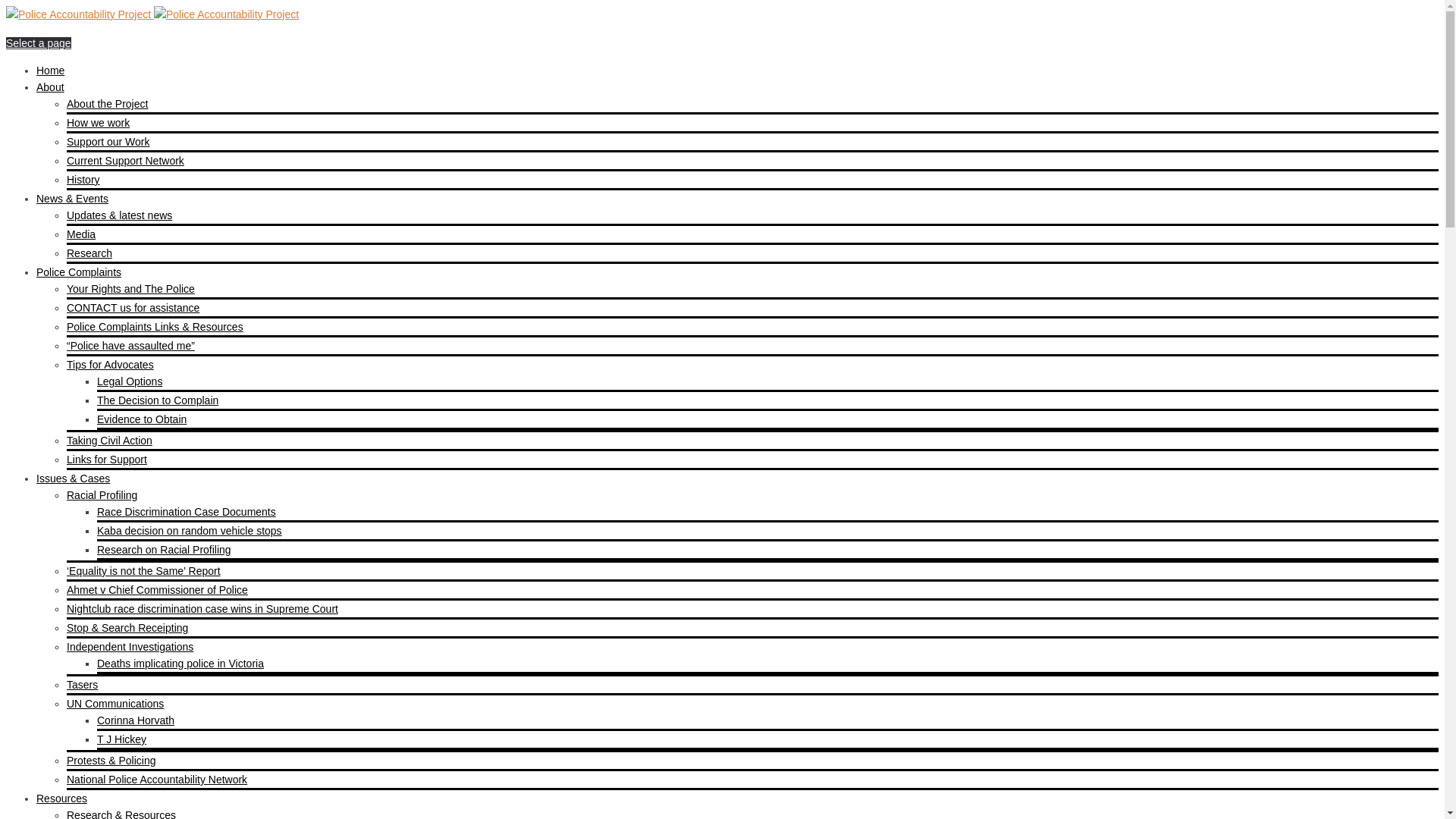  I want to click on 'Media', so click(80, 234).